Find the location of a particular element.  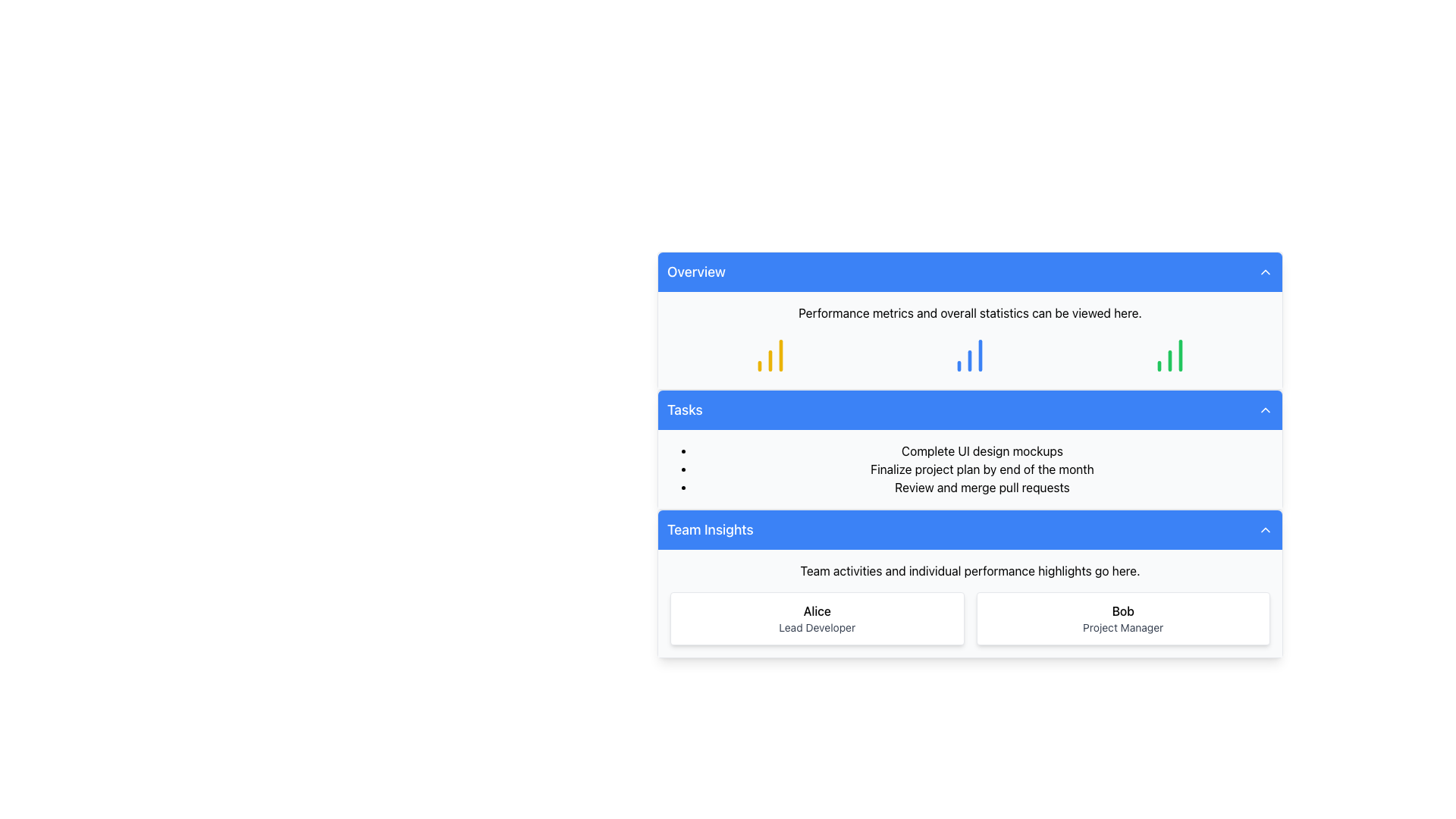

the text item 'Review and merge pull requests' located within the bulleted list in the blue panel under the 'Tasks' heading is located at coordinates (982, 488).